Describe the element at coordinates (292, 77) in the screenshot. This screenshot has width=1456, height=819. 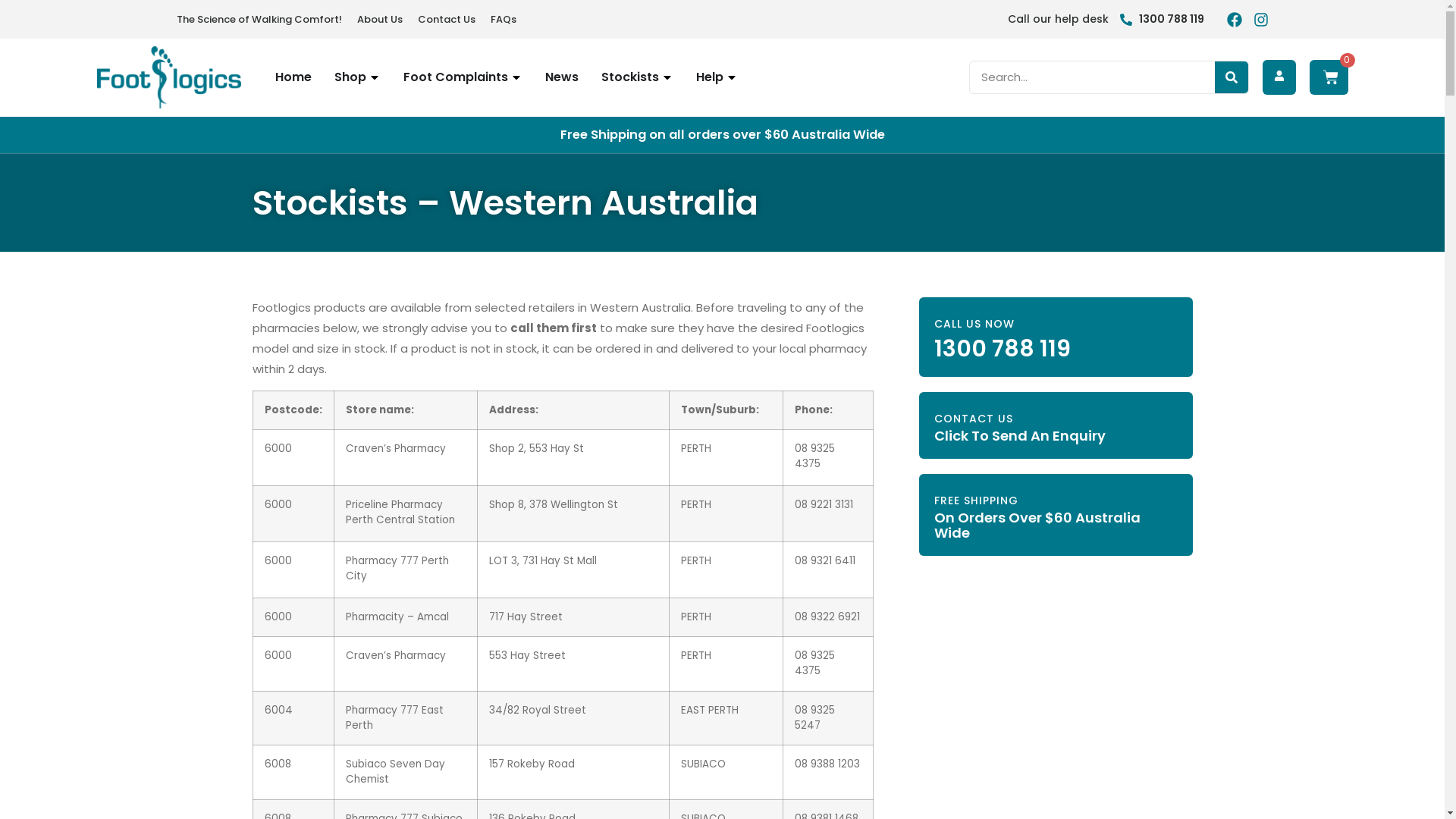
I see `'Home'` at that location.